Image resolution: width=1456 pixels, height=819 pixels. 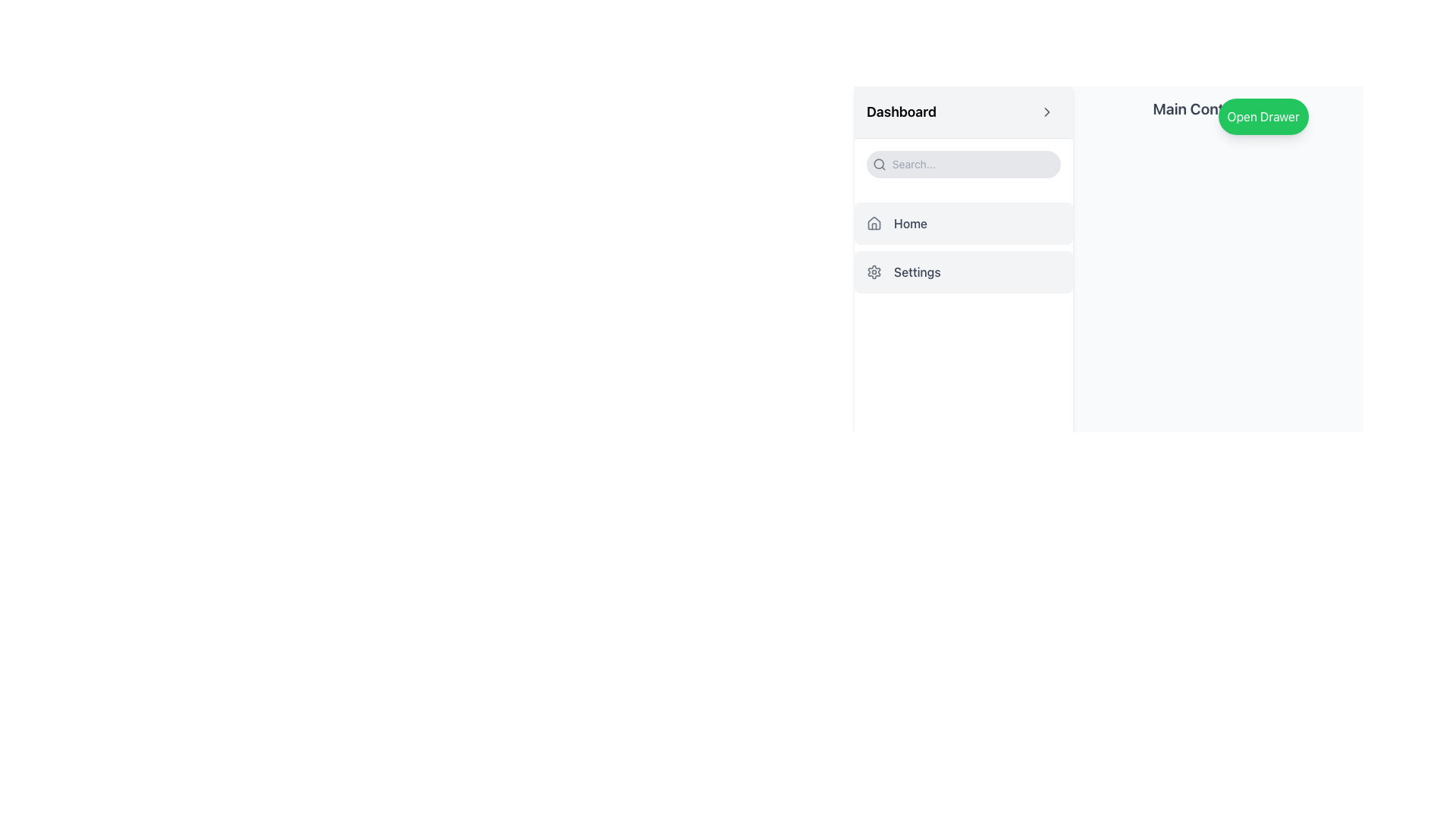 What do you see at coordinates (1218, 108) in the screenshot?
I see `text content of the label displaying 'Main Content Here', which is styled in bold gray font and positioned to the left of the 'Open Drawer' button in the right-hand content section` at bounding box center [1218, 108].